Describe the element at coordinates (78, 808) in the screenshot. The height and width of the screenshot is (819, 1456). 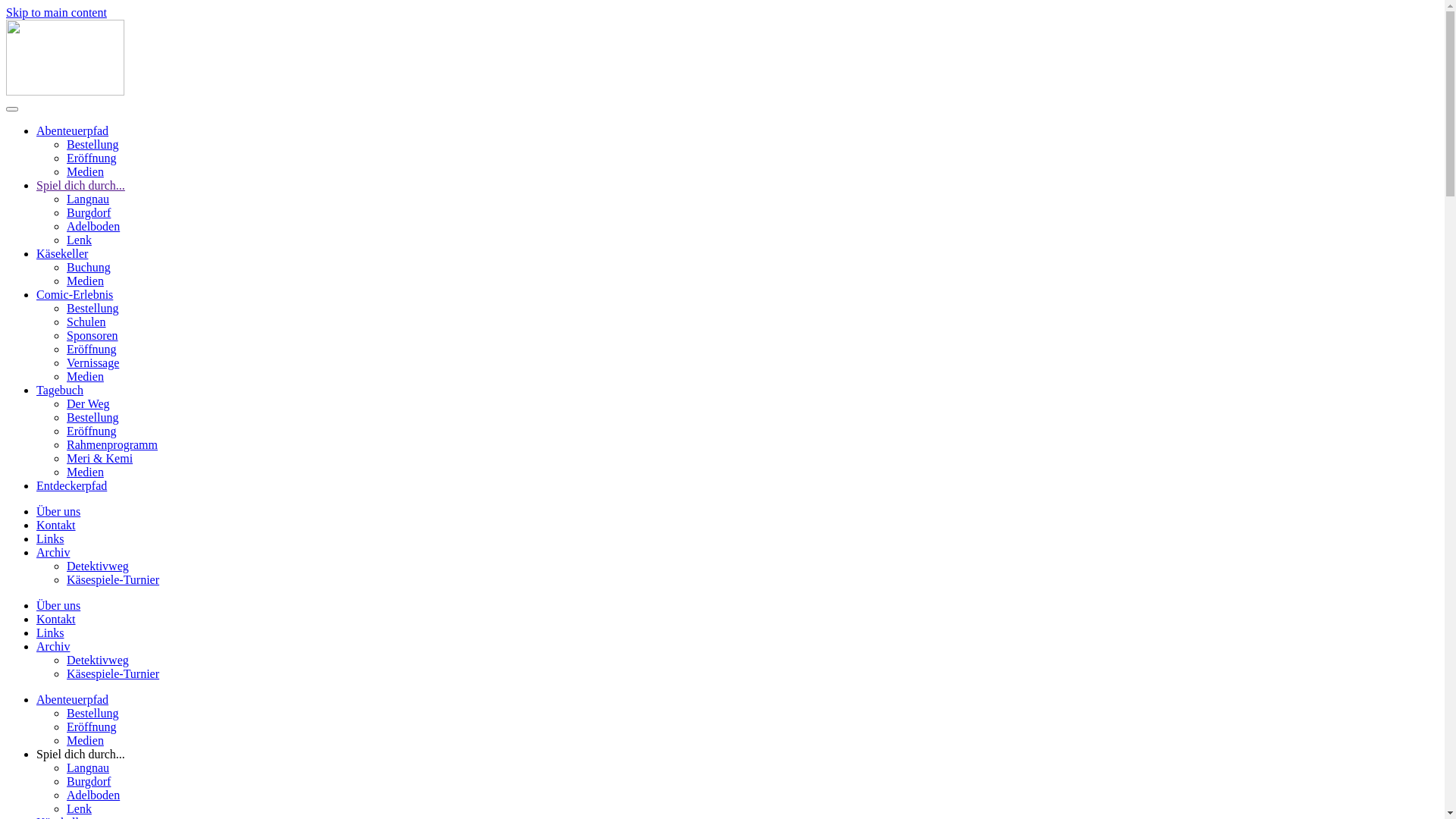
I see `'Lenk'` at that location.